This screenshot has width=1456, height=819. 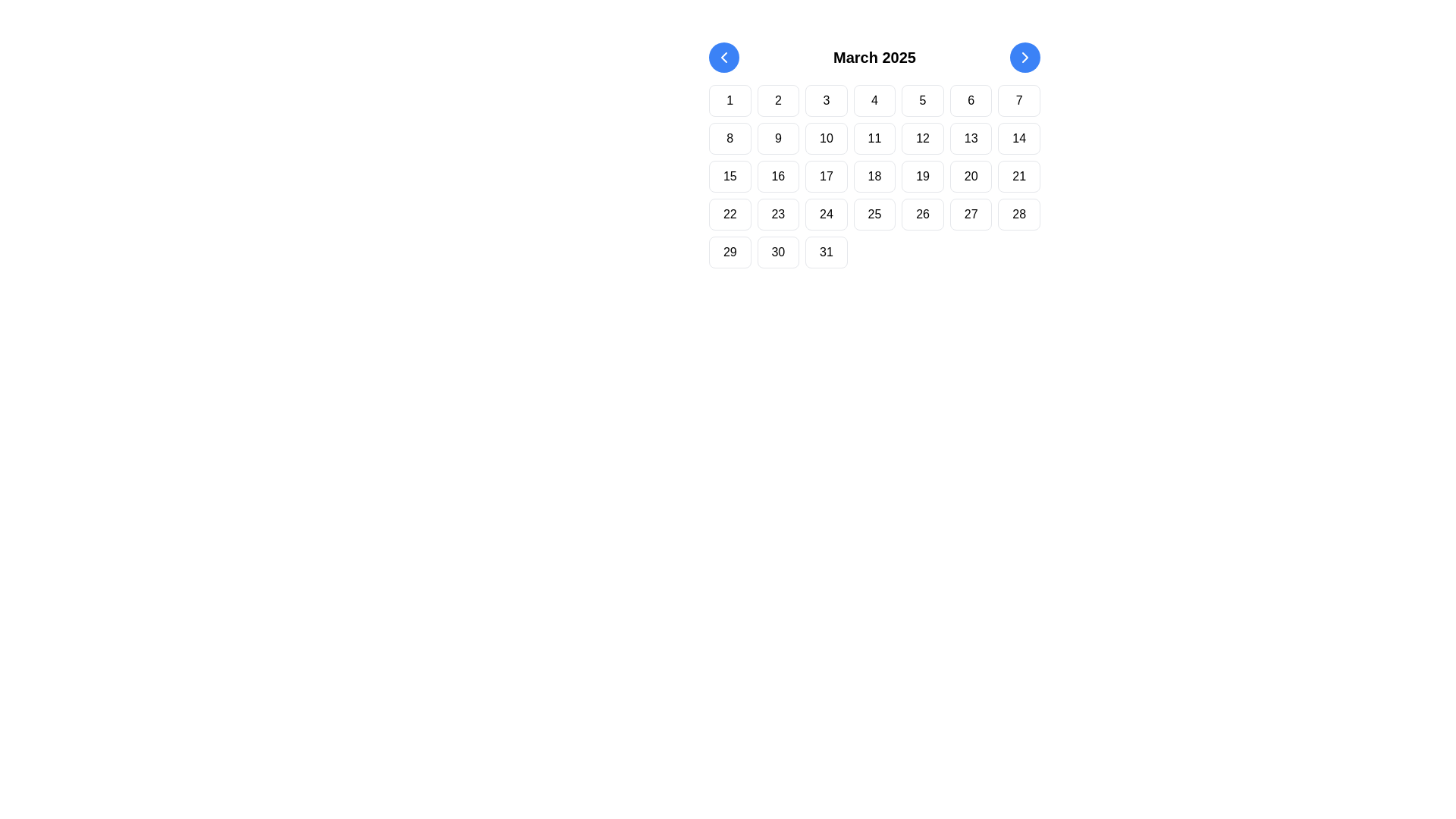 I want to click on the rounded rectangular button labeled '19' in the third row and fifth column of the March 2025 calendar, so click(x=922, y=175).